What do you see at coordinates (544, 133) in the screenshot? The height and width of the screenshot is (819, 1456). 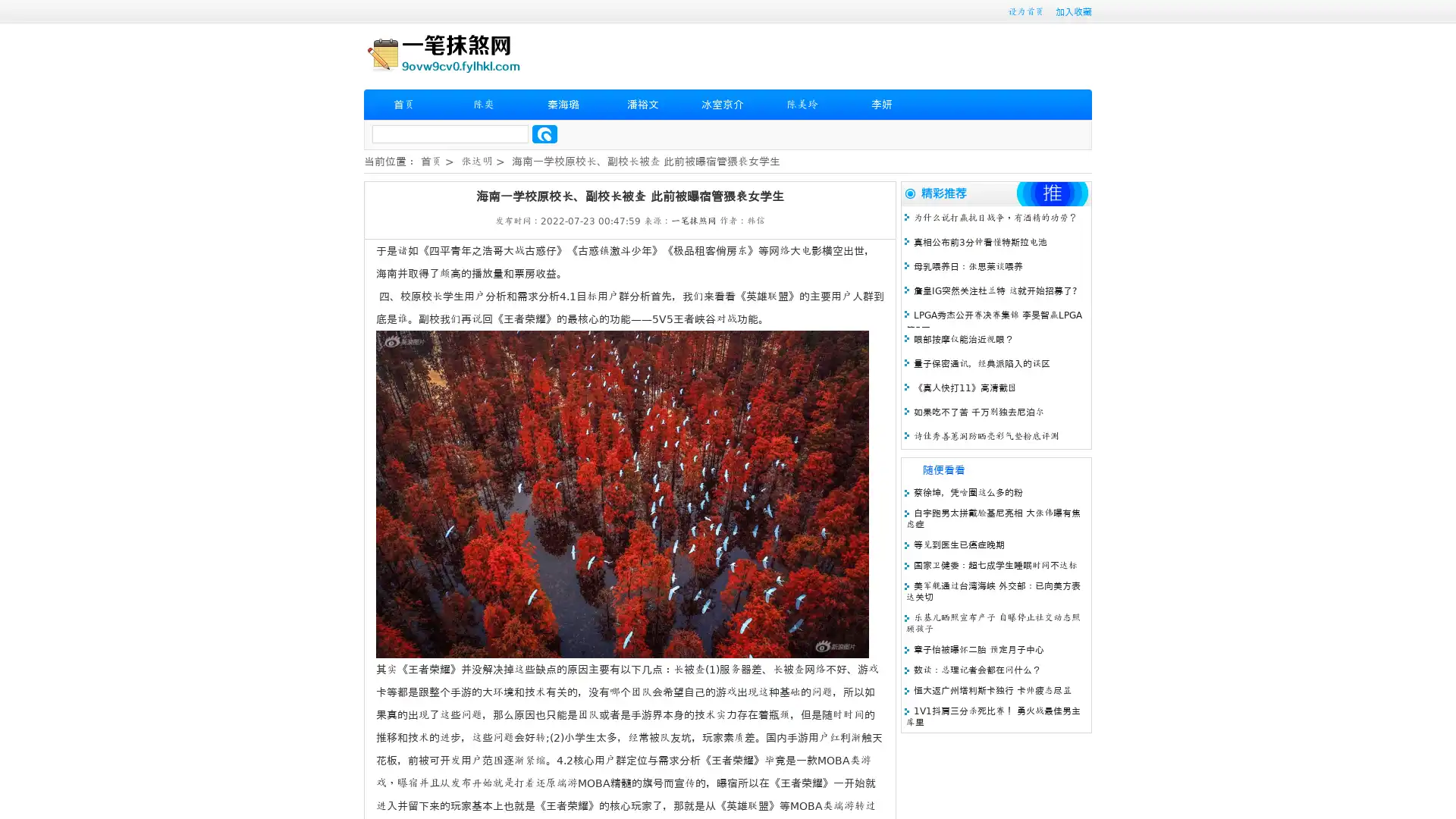 I see `Search` at bounding box center [544, 133].